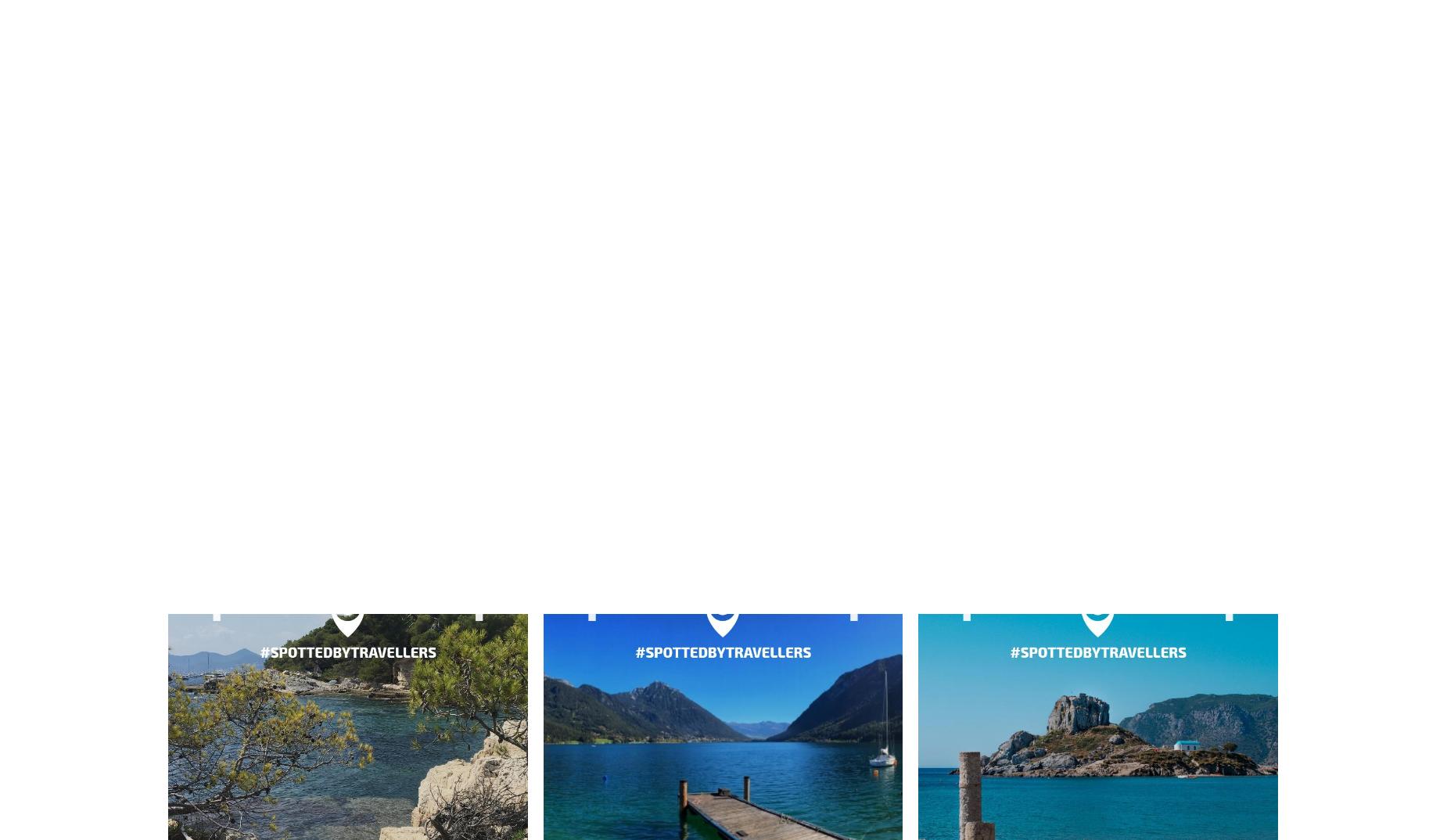 Image resolution: width=1447 pixels, height=840 pixels. What do you see at coordinates (722, 100) in the screenshot?
I see `'Spotted par Cathy’s Adventure'` at bounding box center [722, 100].